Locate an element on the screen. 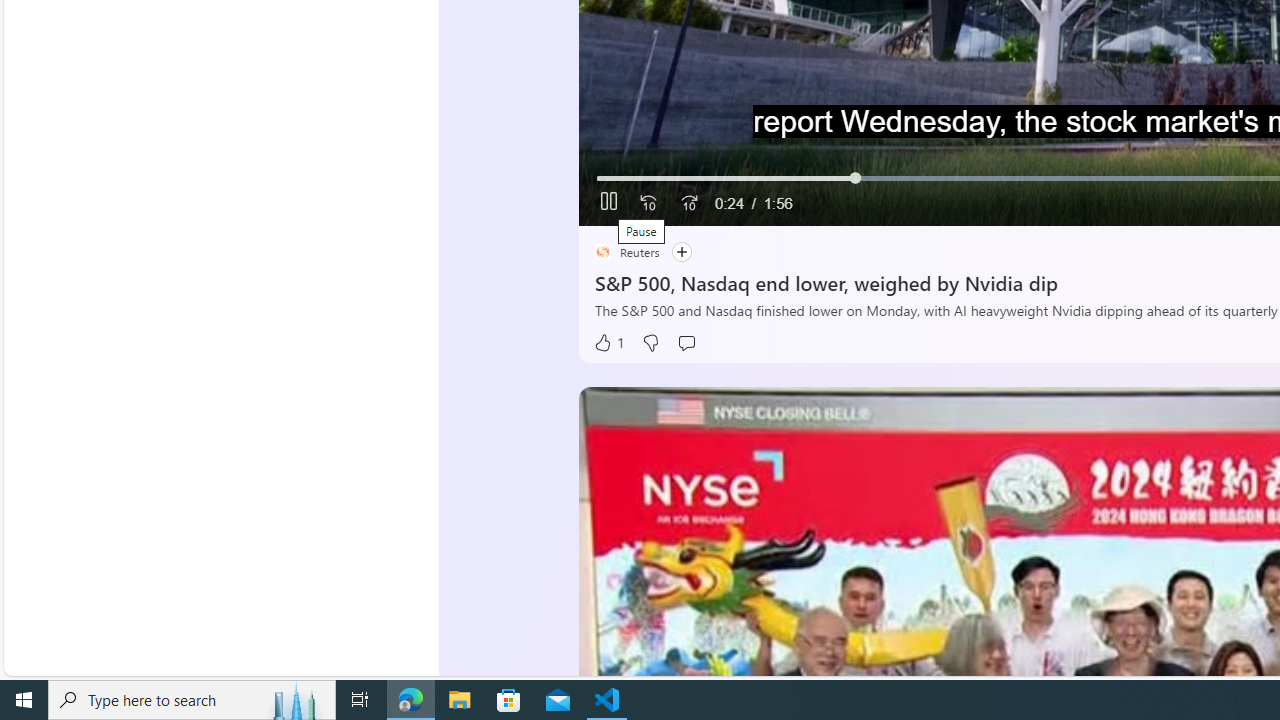 This screenshot has width=1280, height=720. 'Seek Forward' is located at coordinates (688, 203).